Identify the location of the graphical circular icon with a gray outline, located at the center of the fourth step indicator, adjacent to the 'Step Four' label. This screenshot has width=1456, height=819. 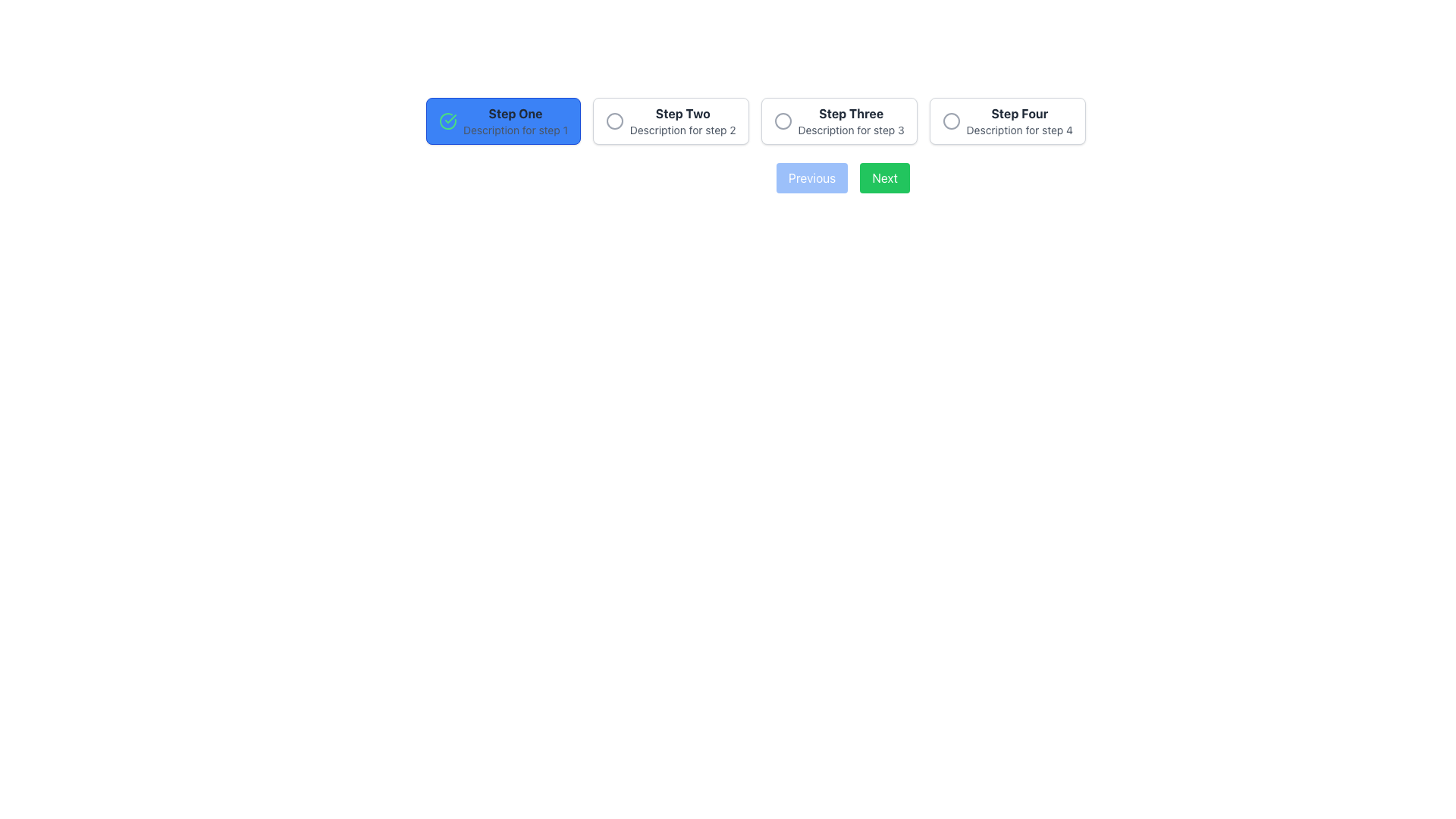
(950, 120).